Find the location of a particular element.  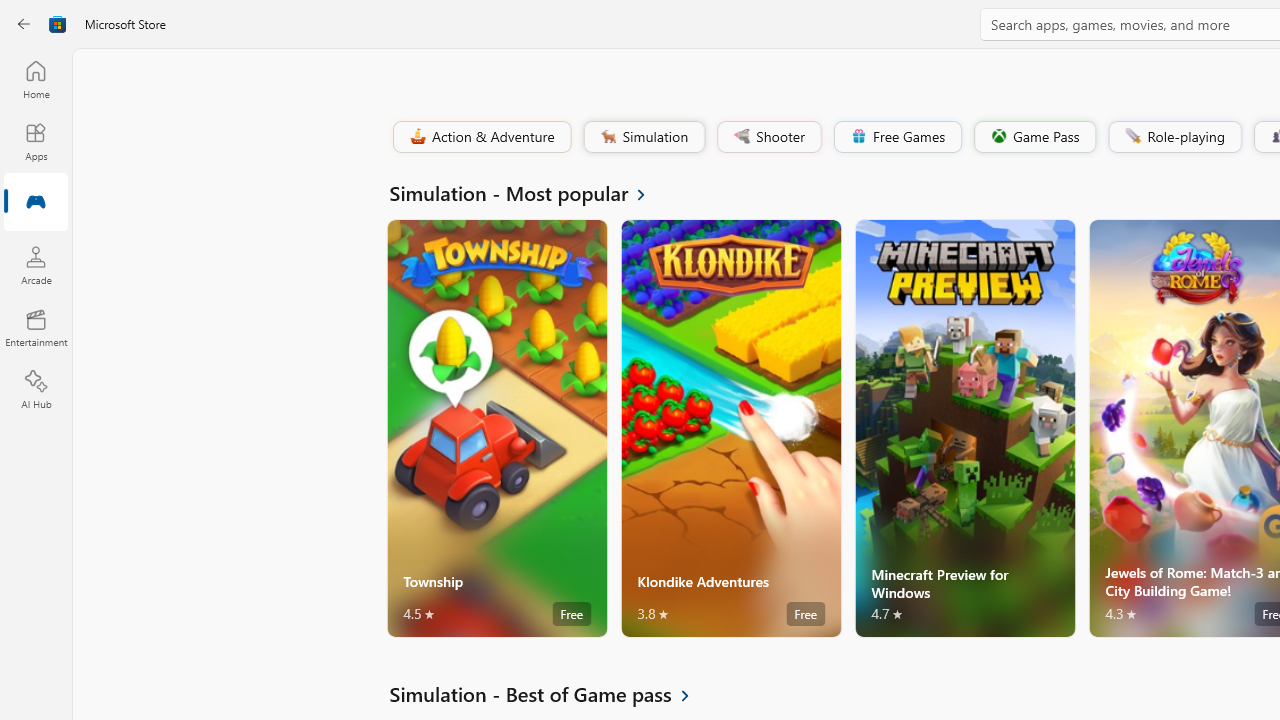

'Apps' is located at coordinates (35, 140).